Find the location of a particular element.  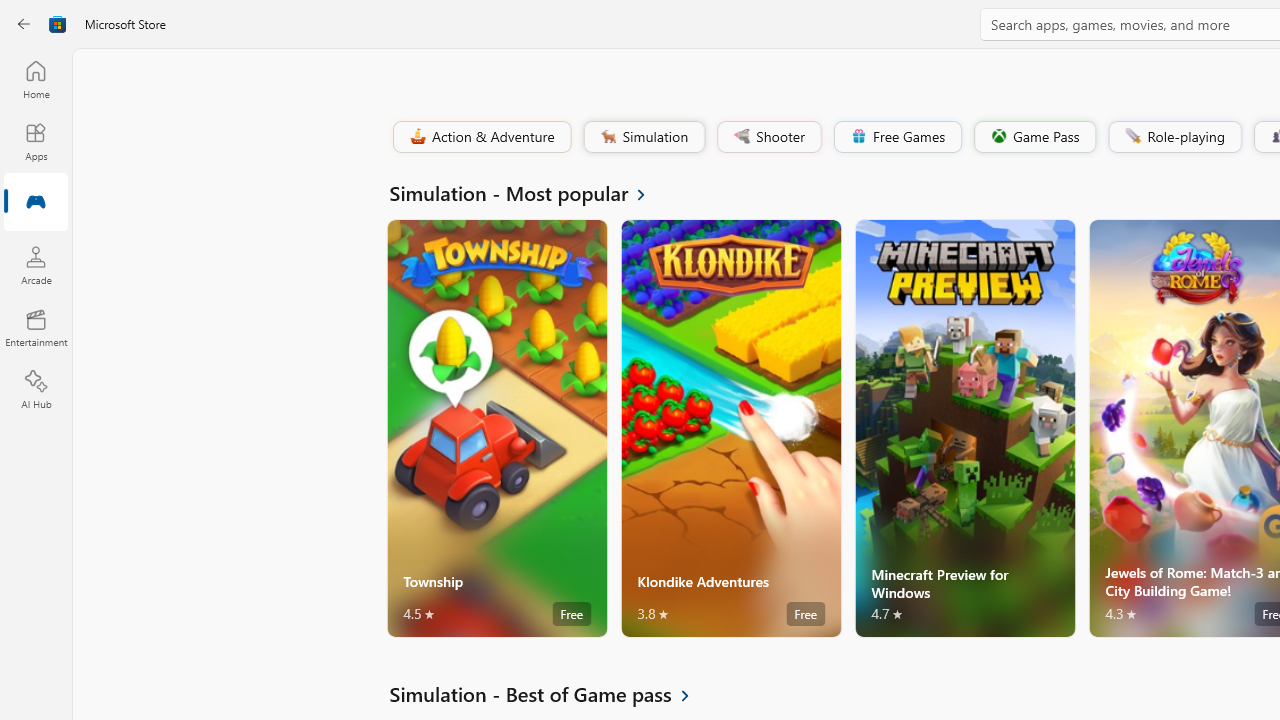

'Apps' is located at coordinates (35, 140).